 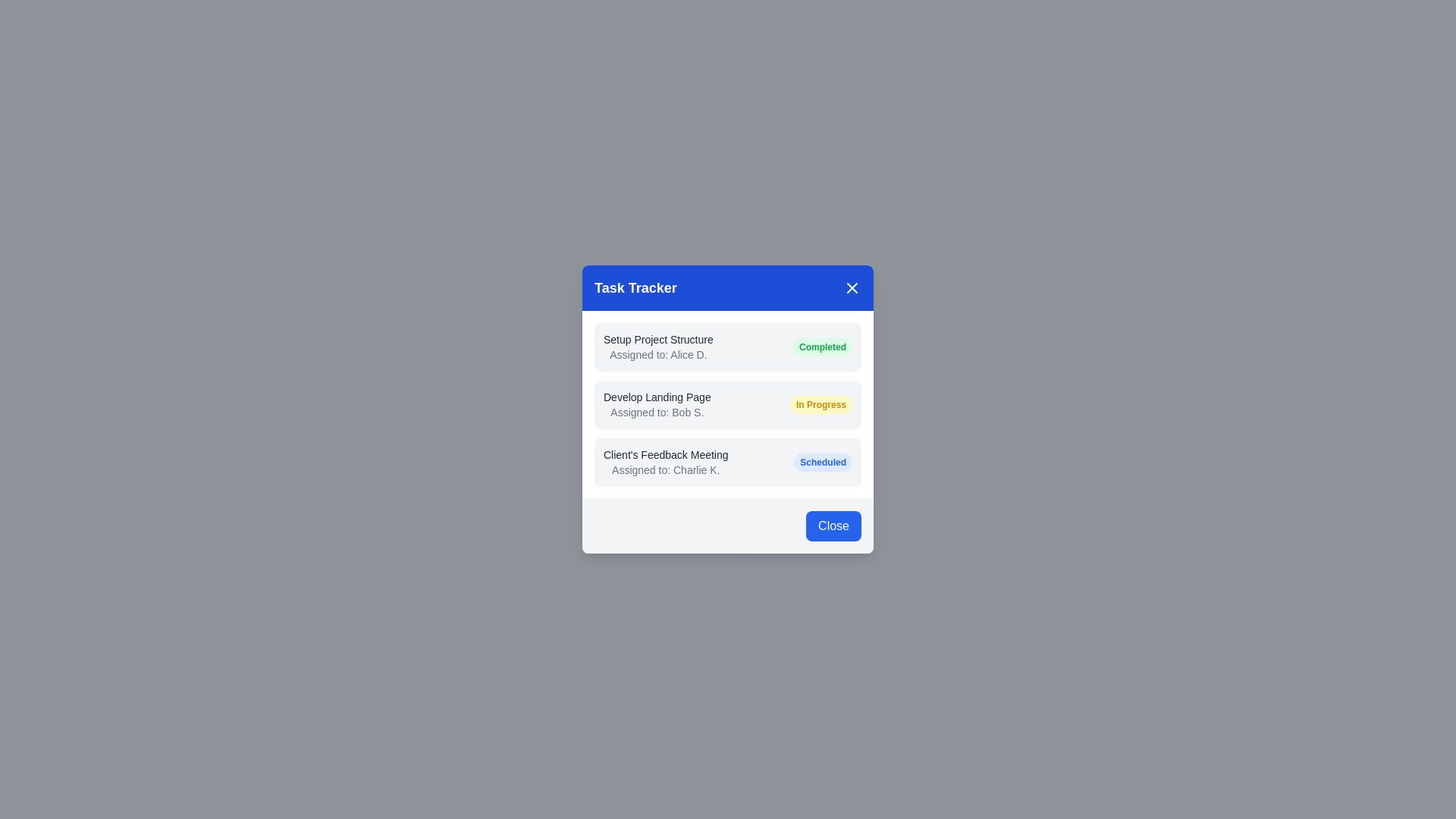 What do you see at coordinates (852, 288) in the screenshot?
I see `the close button in the header of the TaskTrackingDialog` at bounding box center [852, 288].